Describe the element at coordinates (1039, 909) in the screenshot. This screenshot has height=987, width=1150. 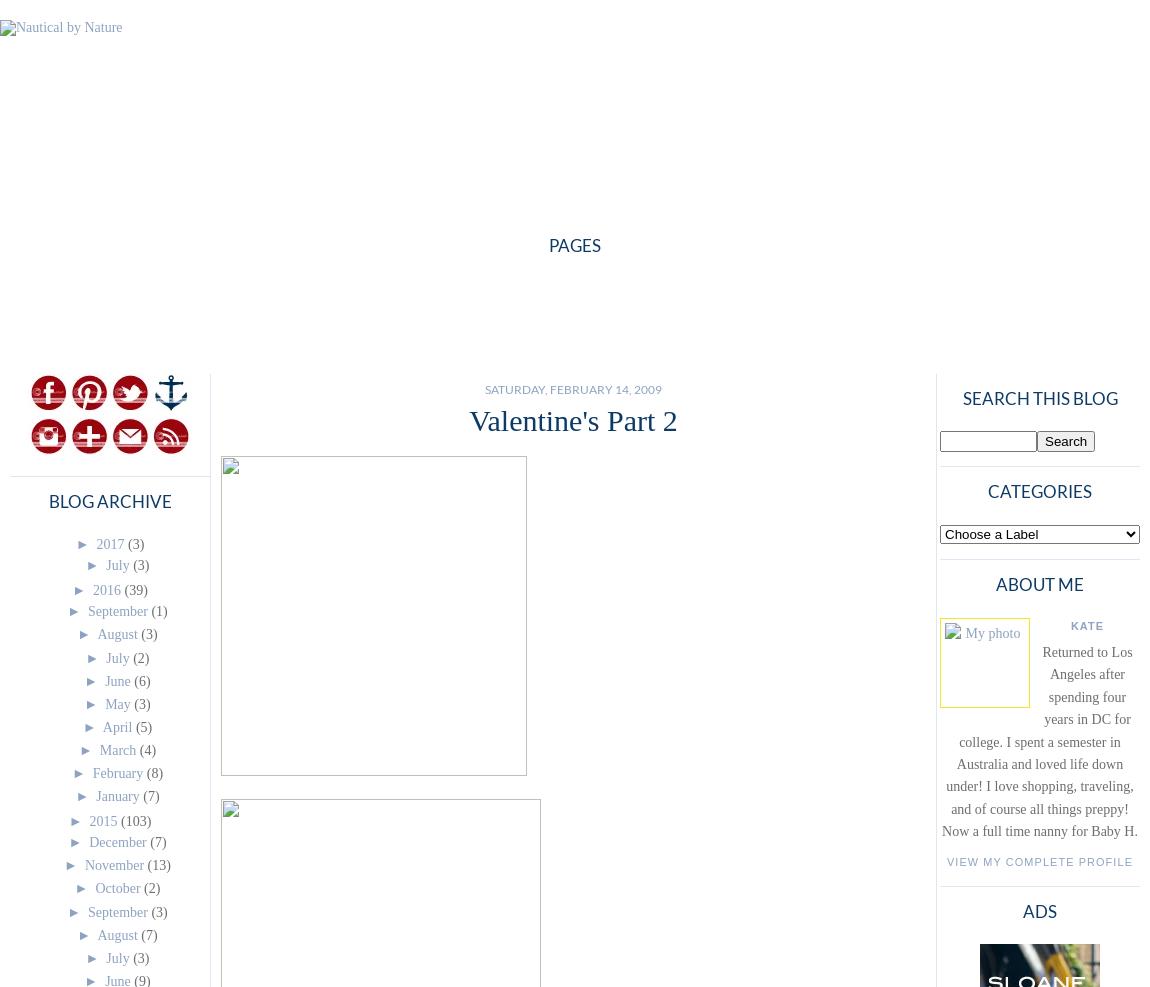
I see `'Ads'` at that location.